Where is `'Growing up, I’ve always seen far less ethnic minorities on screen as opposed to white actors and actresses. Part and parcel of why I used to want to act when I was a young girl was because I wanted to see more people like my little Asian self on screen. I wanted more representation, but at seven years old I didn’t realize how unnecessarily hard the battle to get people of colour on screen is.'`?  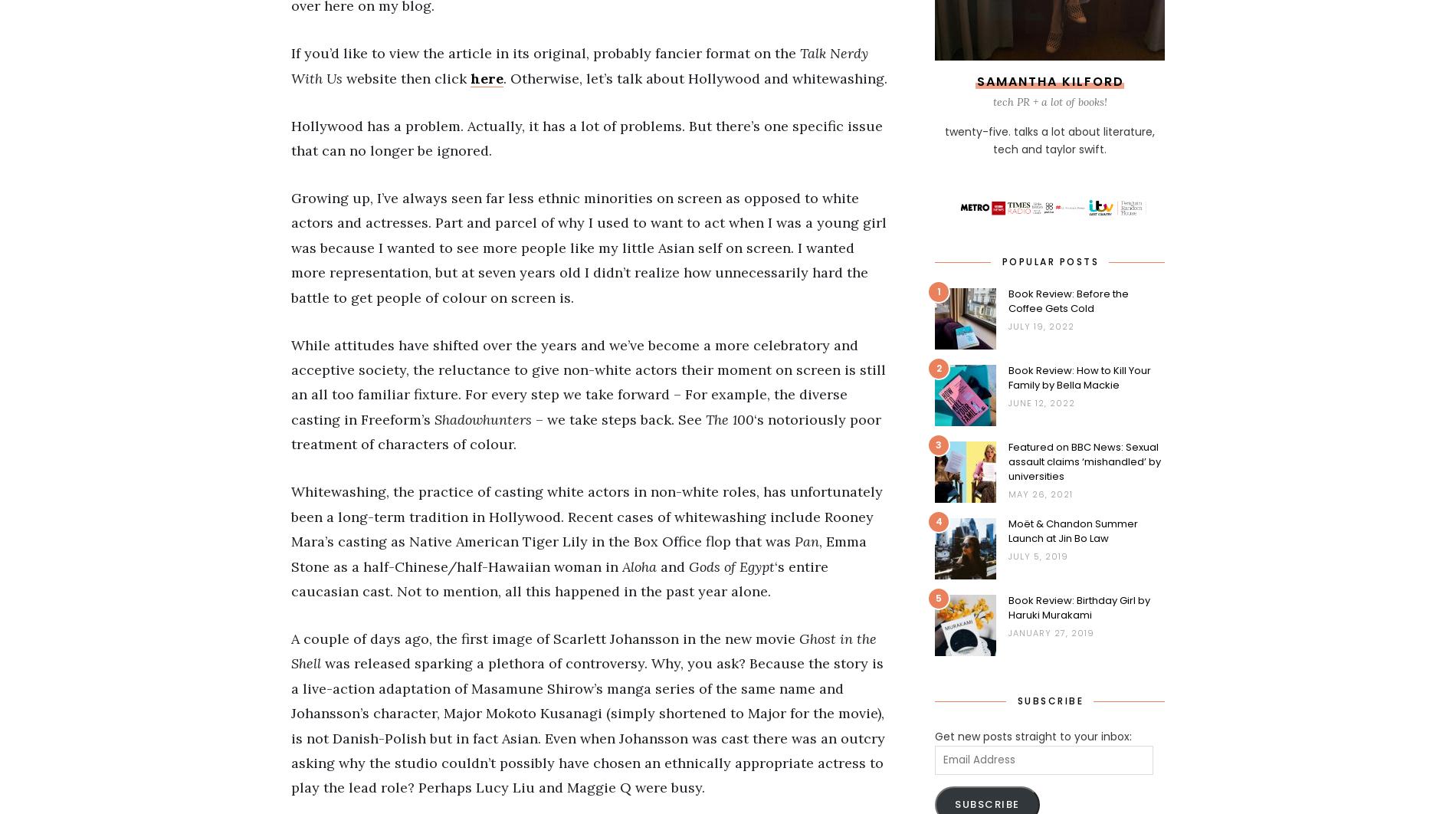
'Growing up, I’ve always seen far less ethnic minorities on screen as opposed to white actors and actresses. Part and parcel of why I used to want to act when I was a young girl was because I wanted to see more people like my little Asian self on screen. I wanted more representation, but at seven years old I didn’t realize how unnecessarily hard the battle to get people of colour on screen is.' is located at coordinates (290, 246).